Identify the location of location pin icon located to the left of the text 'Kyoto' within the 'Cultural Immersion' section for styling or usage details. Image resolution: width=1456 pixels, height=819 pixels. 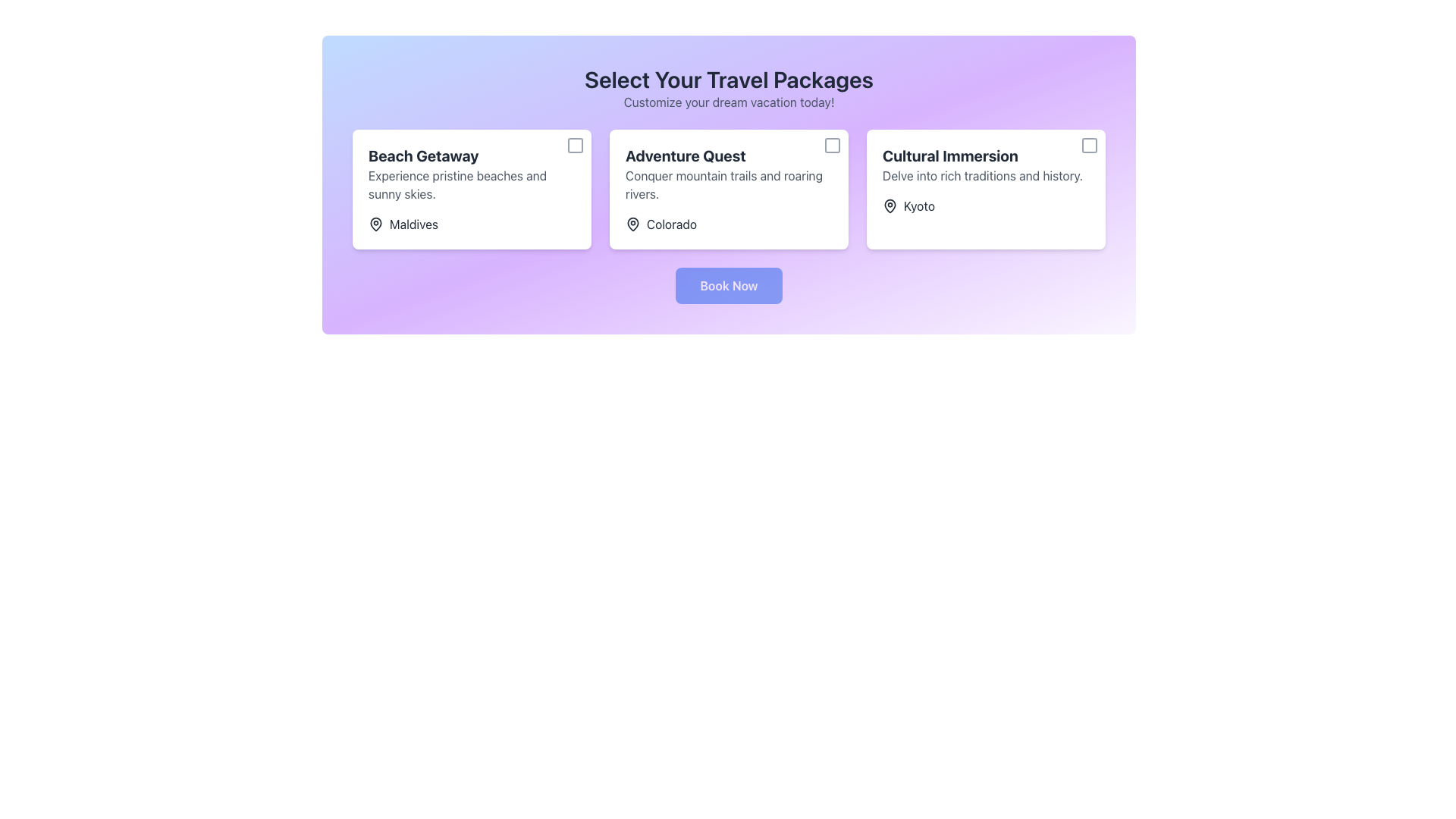
(890, 206).